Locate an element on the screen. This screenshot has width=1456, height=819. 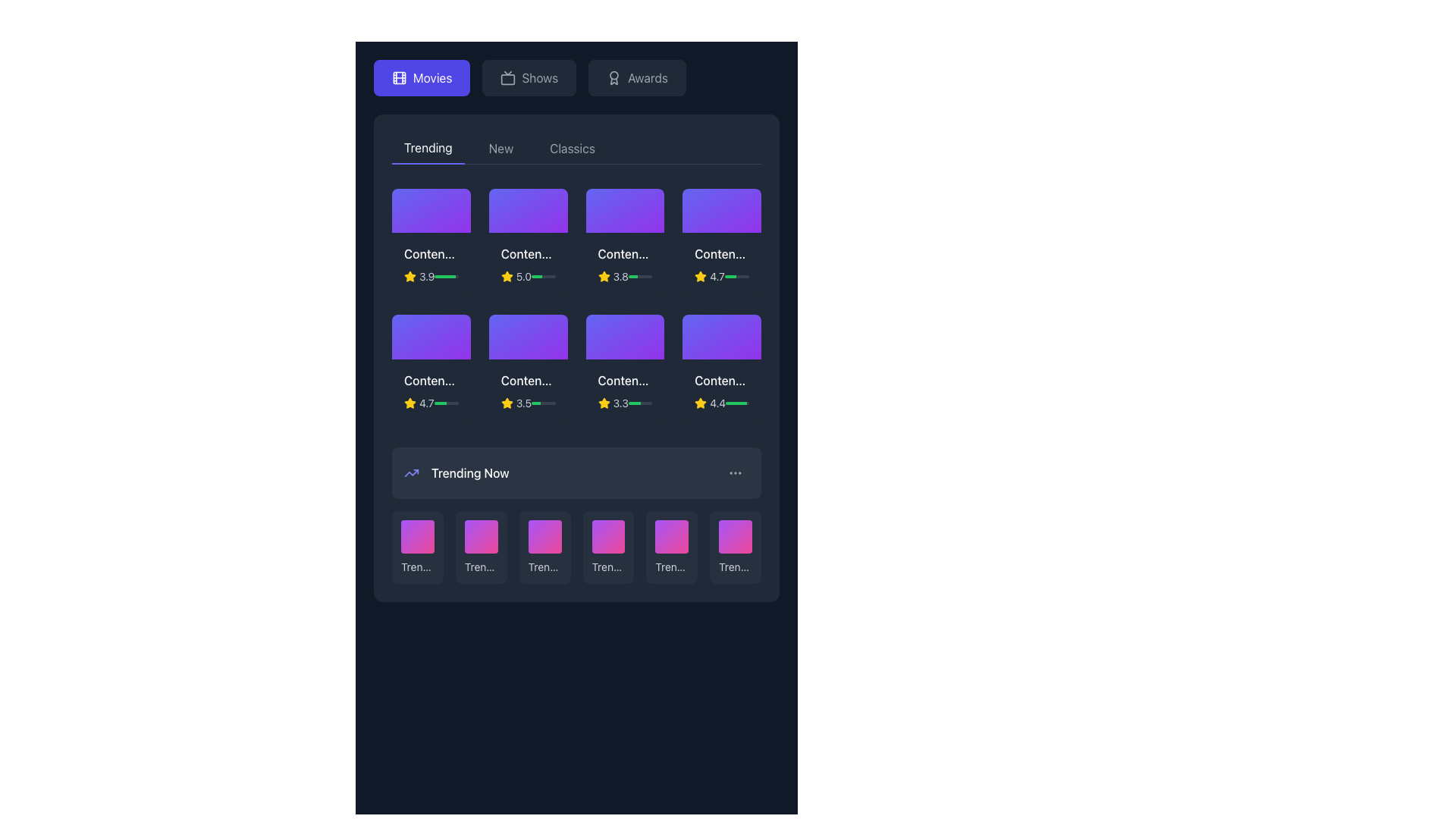
the star icon representing a rating of 3.8, located in the second row and third column of the grid view is located at coordinates (603, 277).